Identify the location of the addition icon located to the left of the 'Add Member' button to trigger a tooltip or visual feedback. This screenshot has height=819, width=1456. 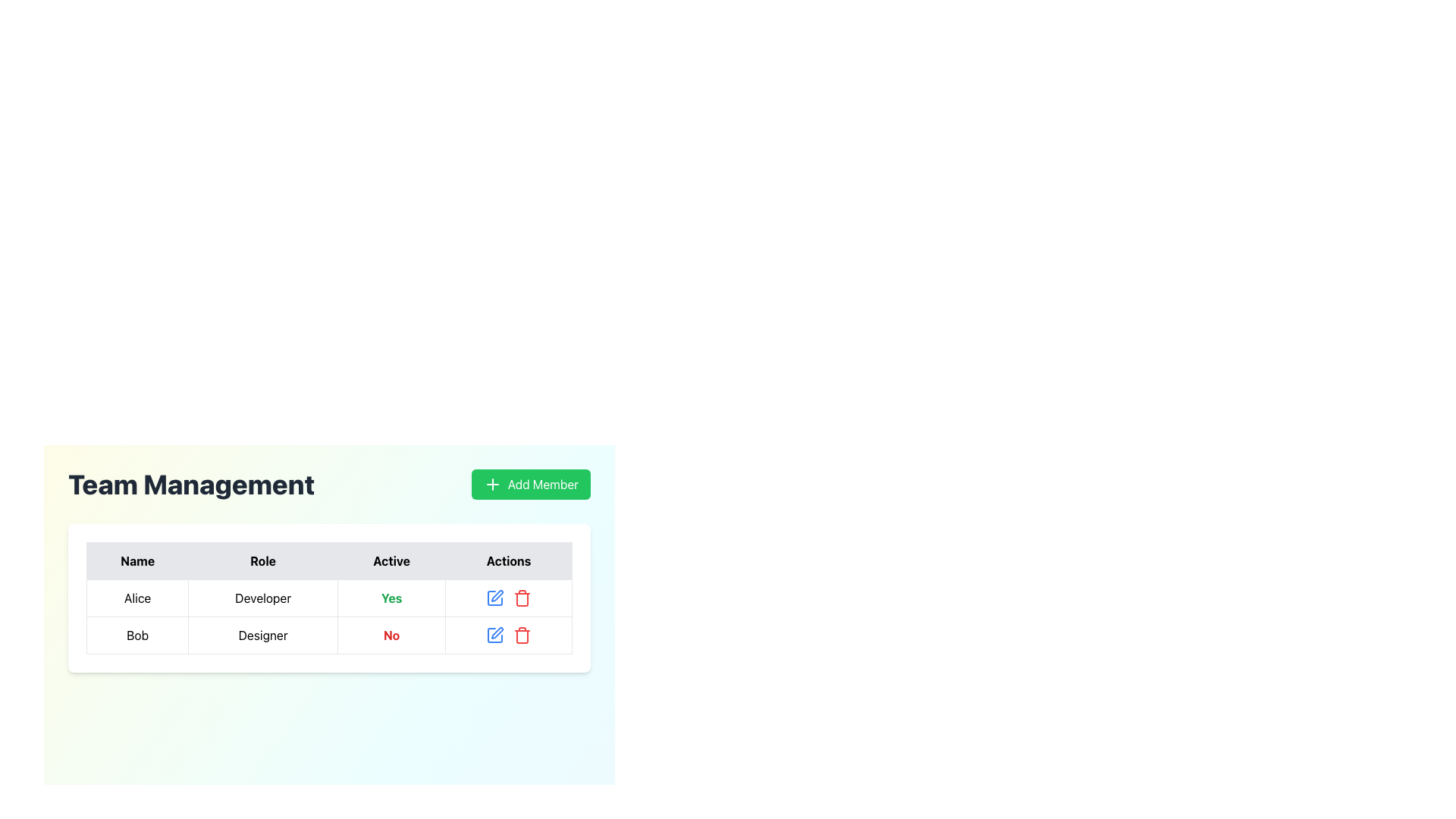
(492, 485).